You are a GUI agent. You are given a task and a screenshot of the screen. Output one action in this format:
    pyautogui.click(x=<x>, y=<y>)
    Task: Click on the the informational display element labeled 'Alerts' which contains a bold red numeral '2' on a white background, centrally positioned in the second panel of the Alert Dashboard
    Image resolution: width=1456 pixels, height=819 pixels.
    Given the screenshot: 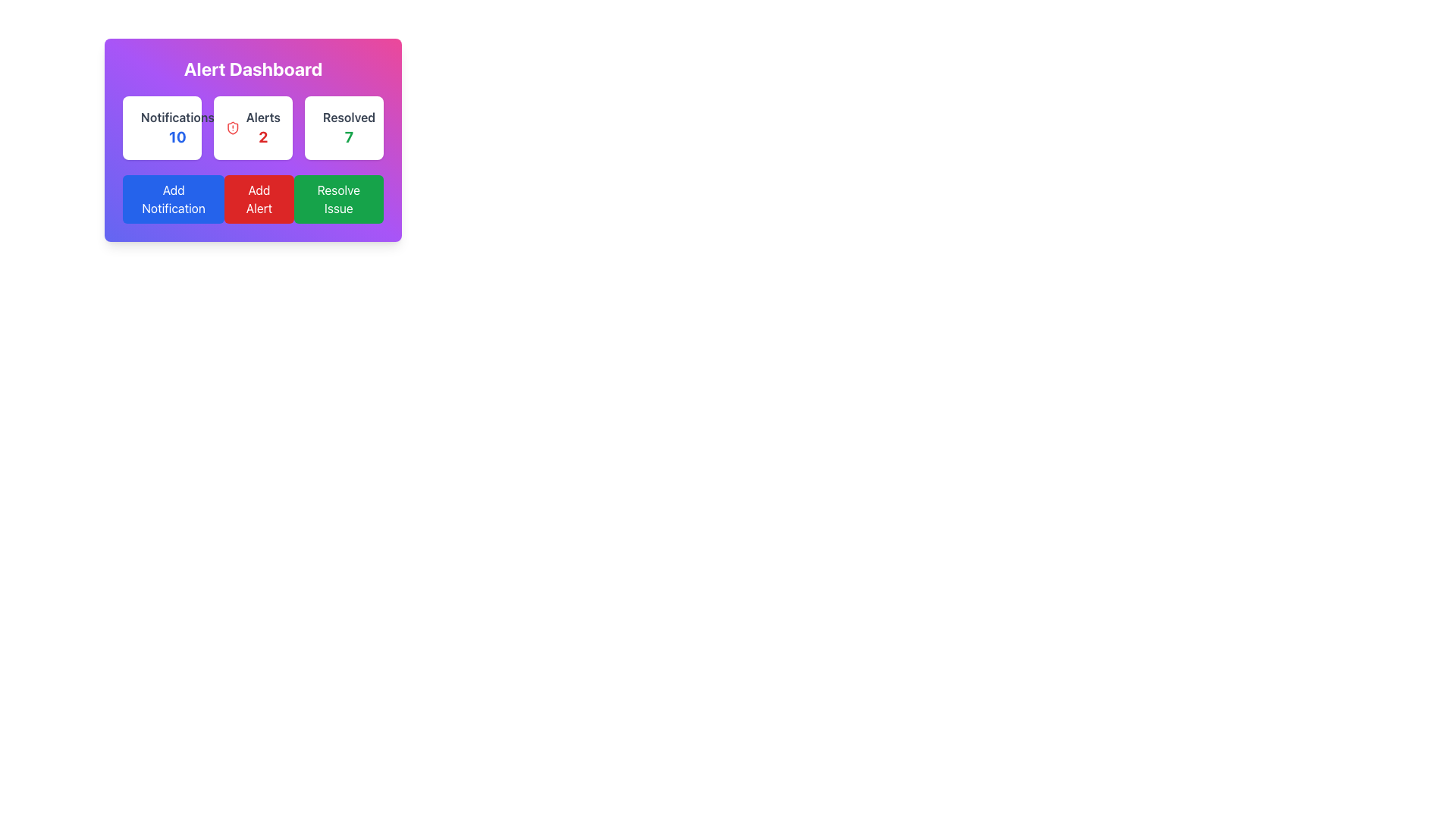 What is the action you would take?
    pyautogui.click(x=263, y=127)
    